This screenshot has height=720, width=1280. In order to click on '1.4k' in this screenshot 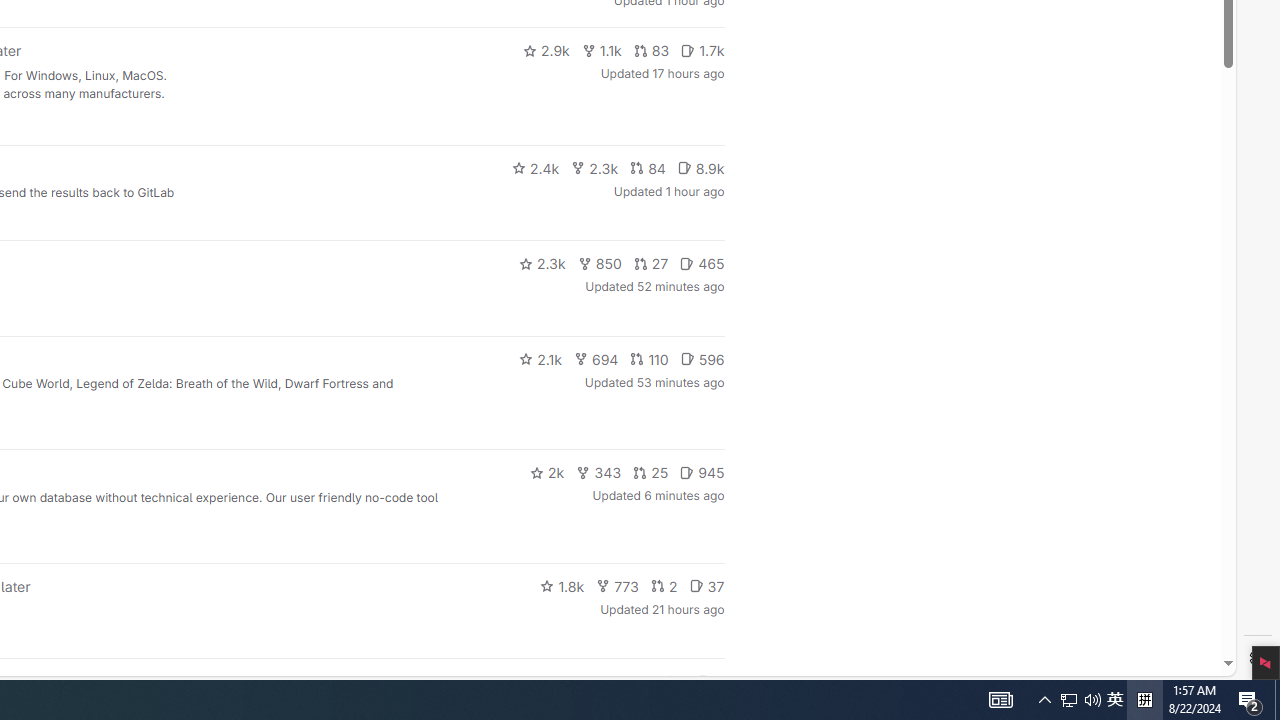, I will do `click(572, 680)`.